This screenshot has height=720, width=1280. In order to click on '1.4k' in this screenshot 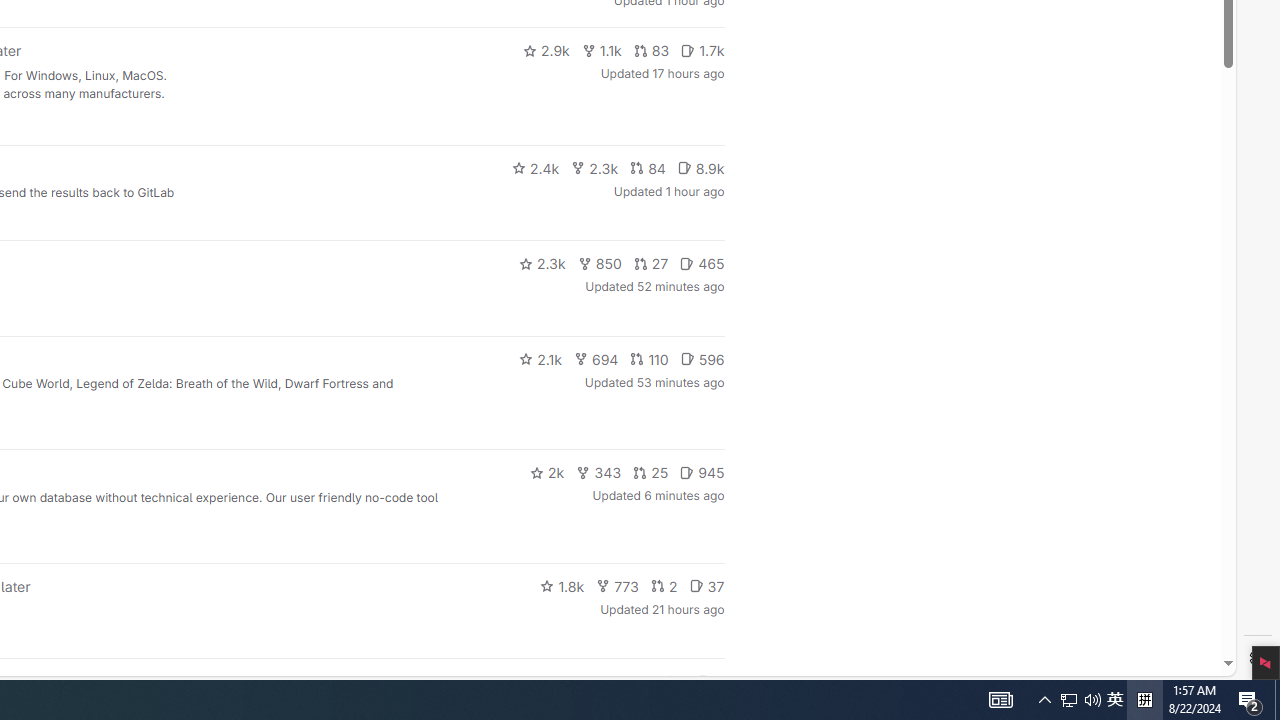, I will do `click(572, 680)`.